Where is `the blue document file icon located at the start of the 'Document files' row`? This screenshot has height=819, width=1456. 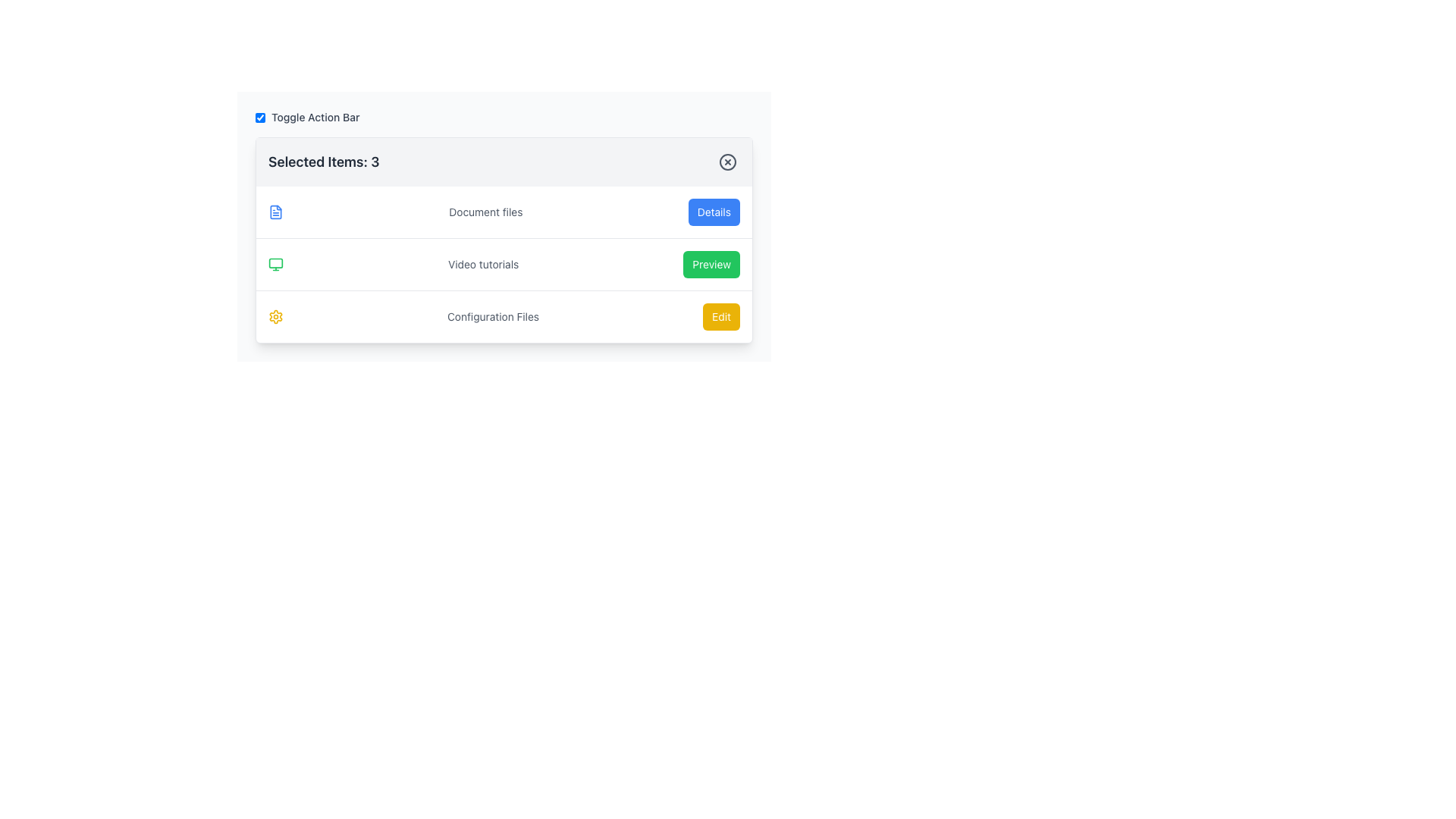 the blue document file icon located at the start of the 'Document files' row is located at coordinates (276, 212).